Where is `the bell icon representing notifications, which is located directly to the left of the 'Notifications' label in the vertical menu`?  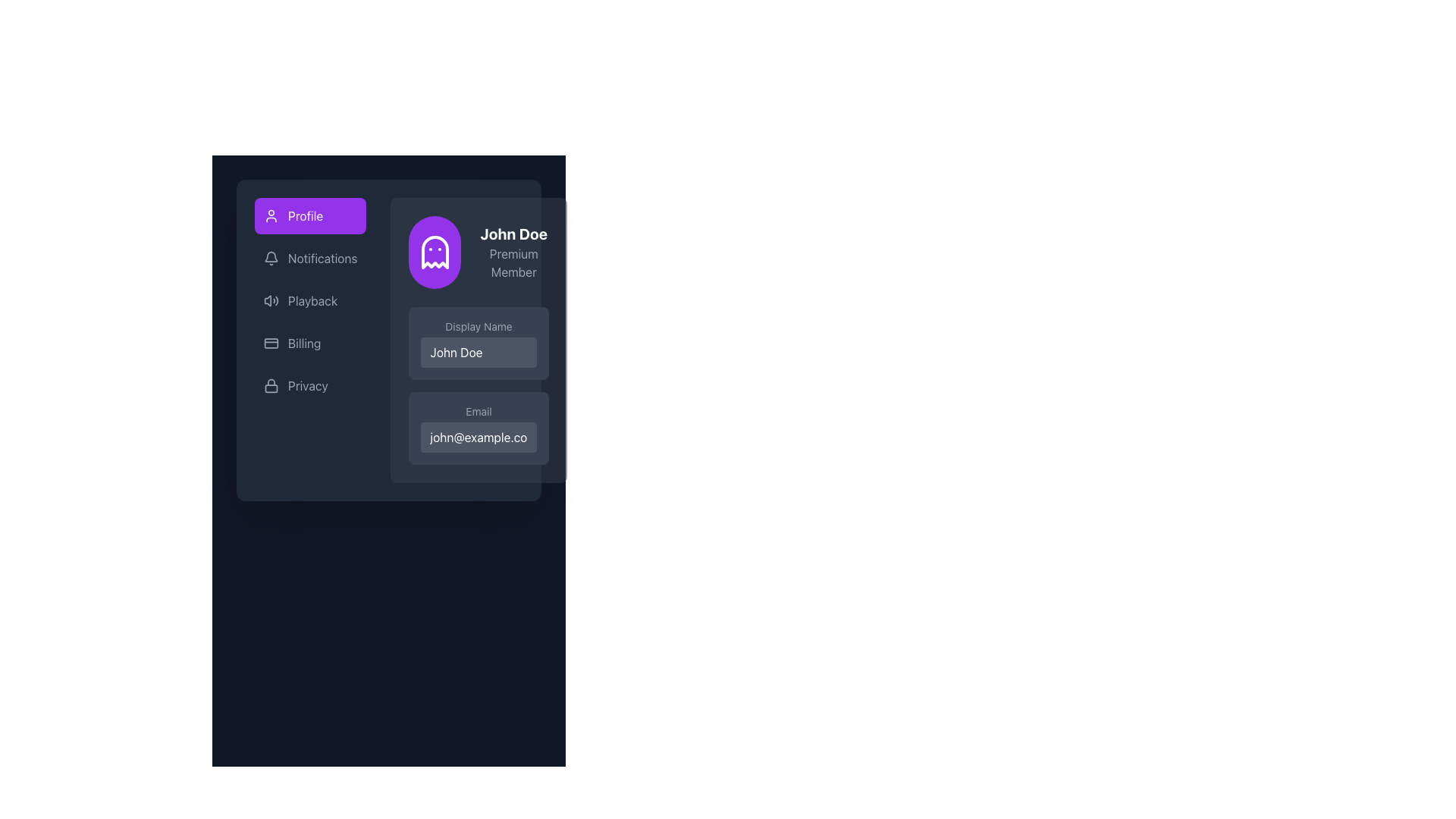 the bell icon representing notifications, which is located directly to the left of the 'Notifications' label in the vertical menu is located at coordinates (271, 257).